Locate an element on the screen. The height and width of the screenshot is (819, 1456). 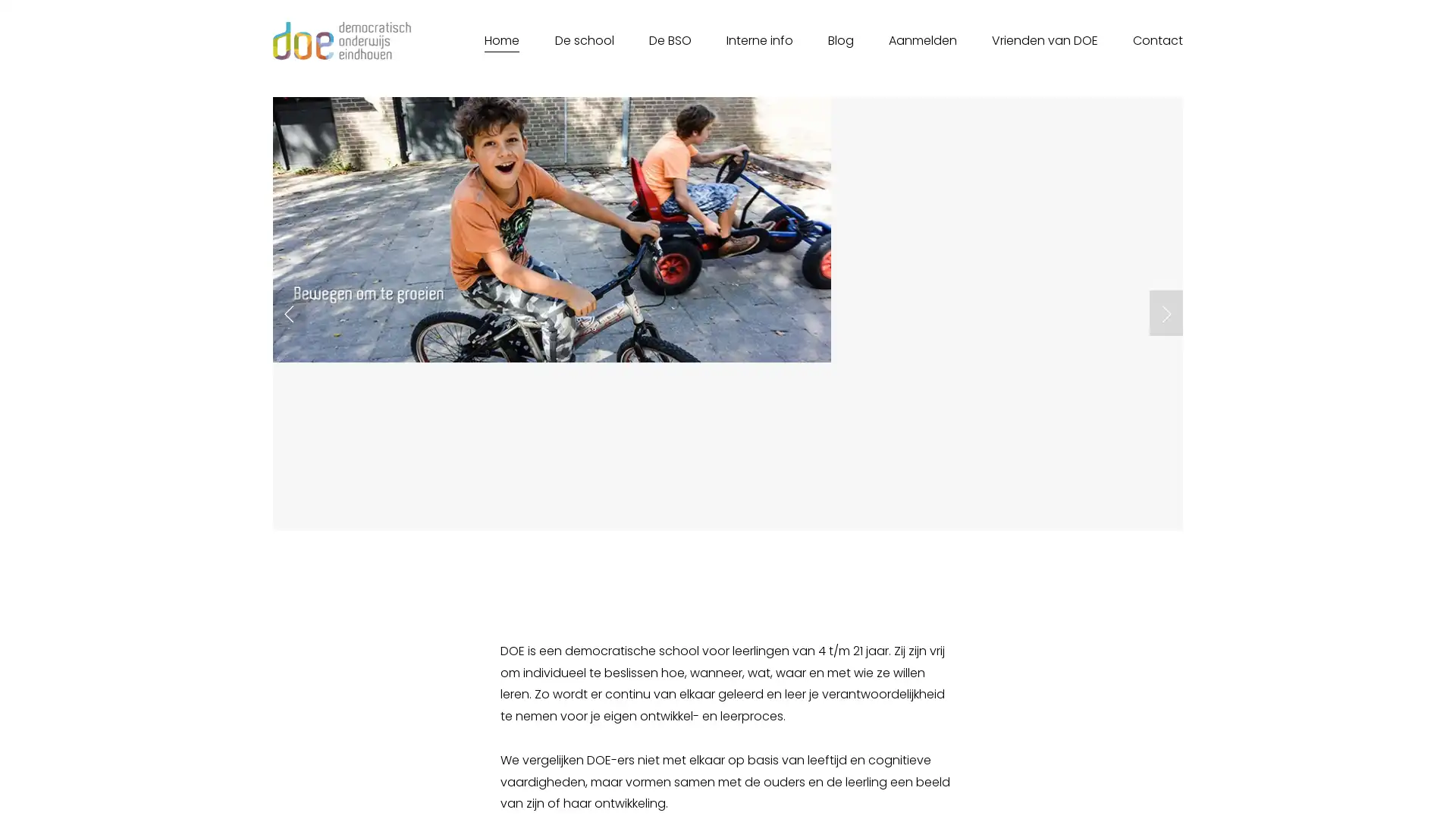
Vorige dia is located at coordinates (290, 312).